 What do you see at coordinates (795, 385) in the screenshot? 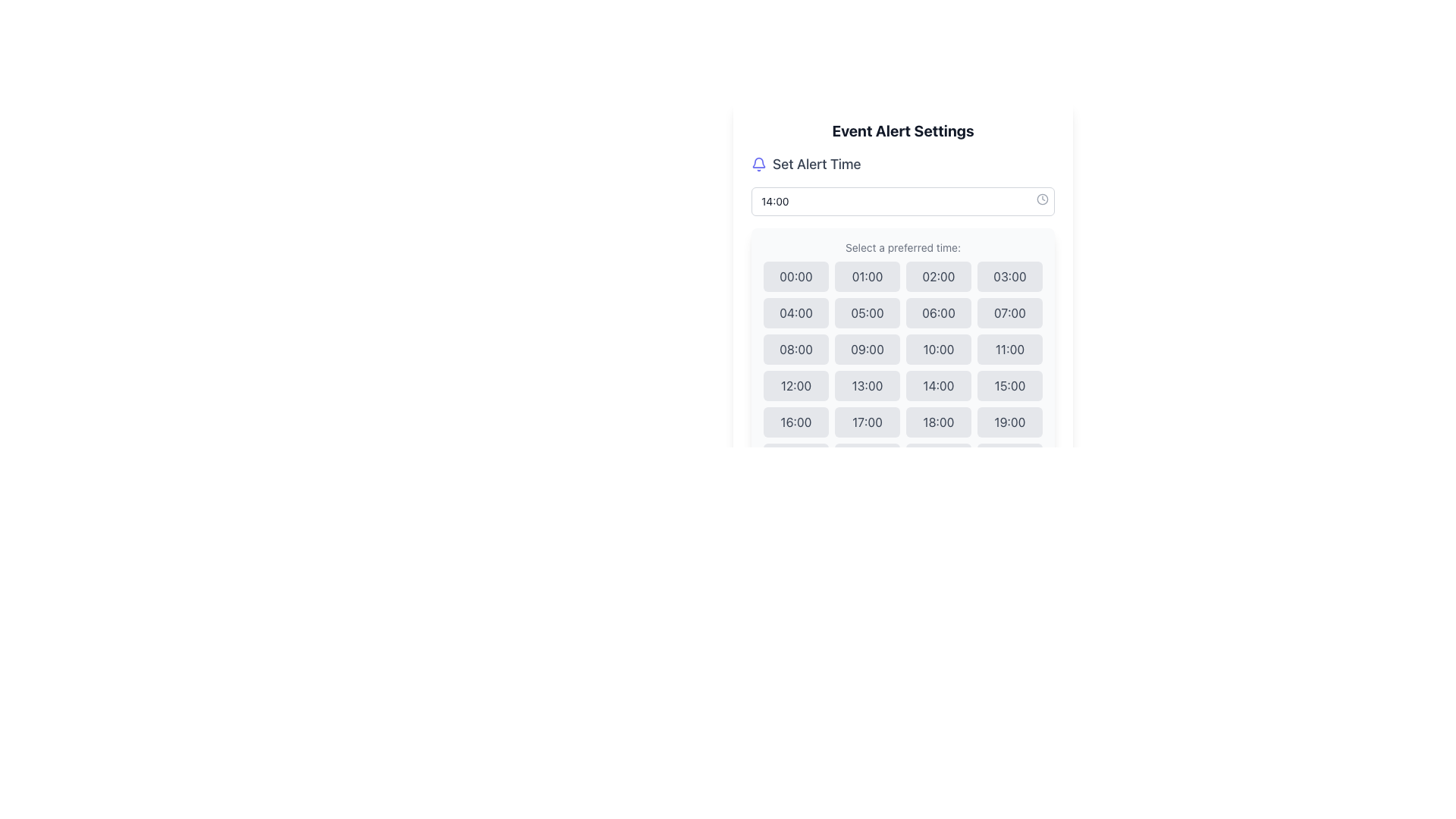
I see `the button labeled '12:00'` at bounding box center [795, 385].